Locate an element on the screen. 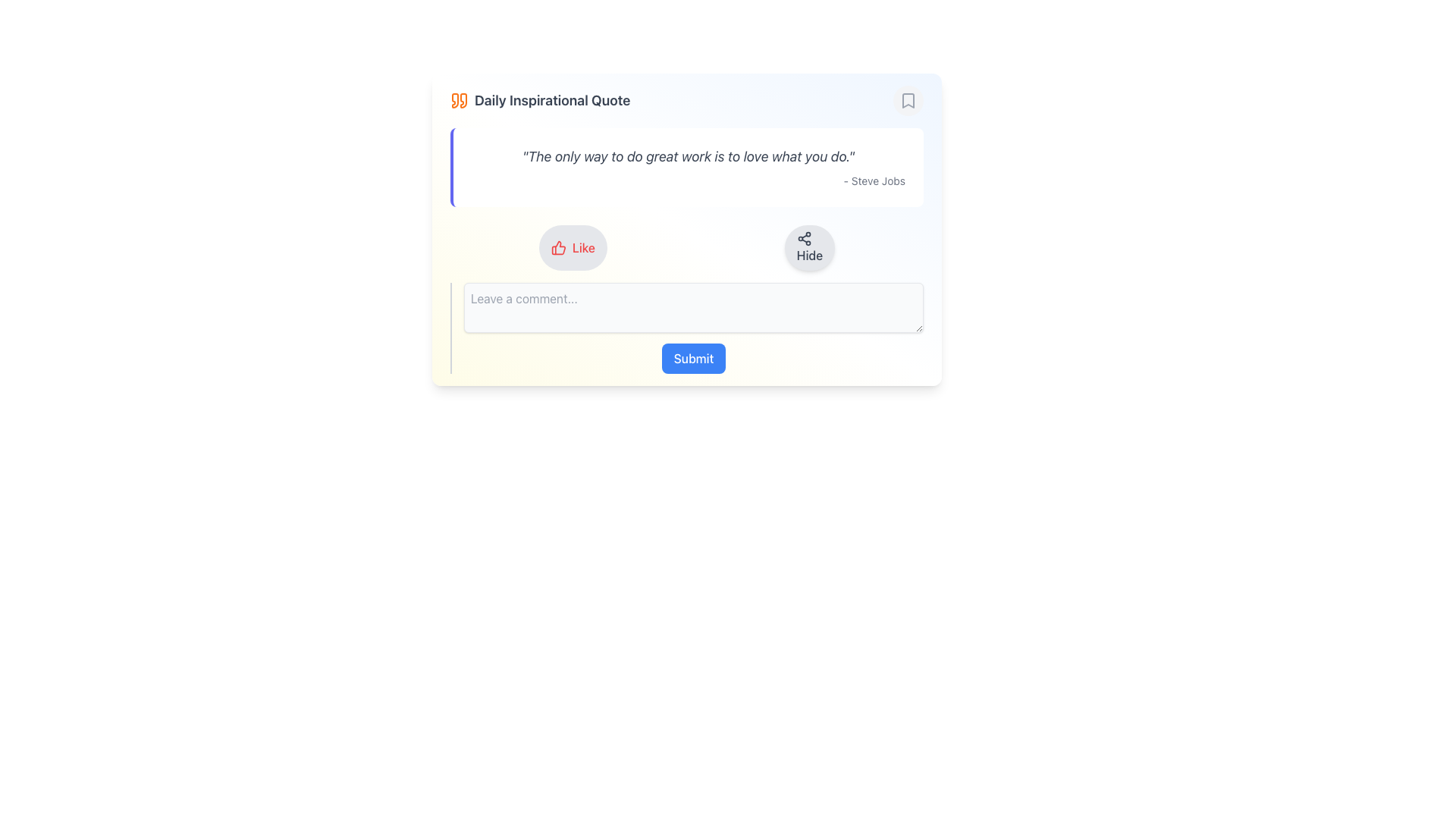 This screenshot has width=1456, height=819. the text label that reads 'Daily Inspirational Quote', styled in bold dark gray, located inline with an orange quote icon to its left is located at coordinates (540, 100).